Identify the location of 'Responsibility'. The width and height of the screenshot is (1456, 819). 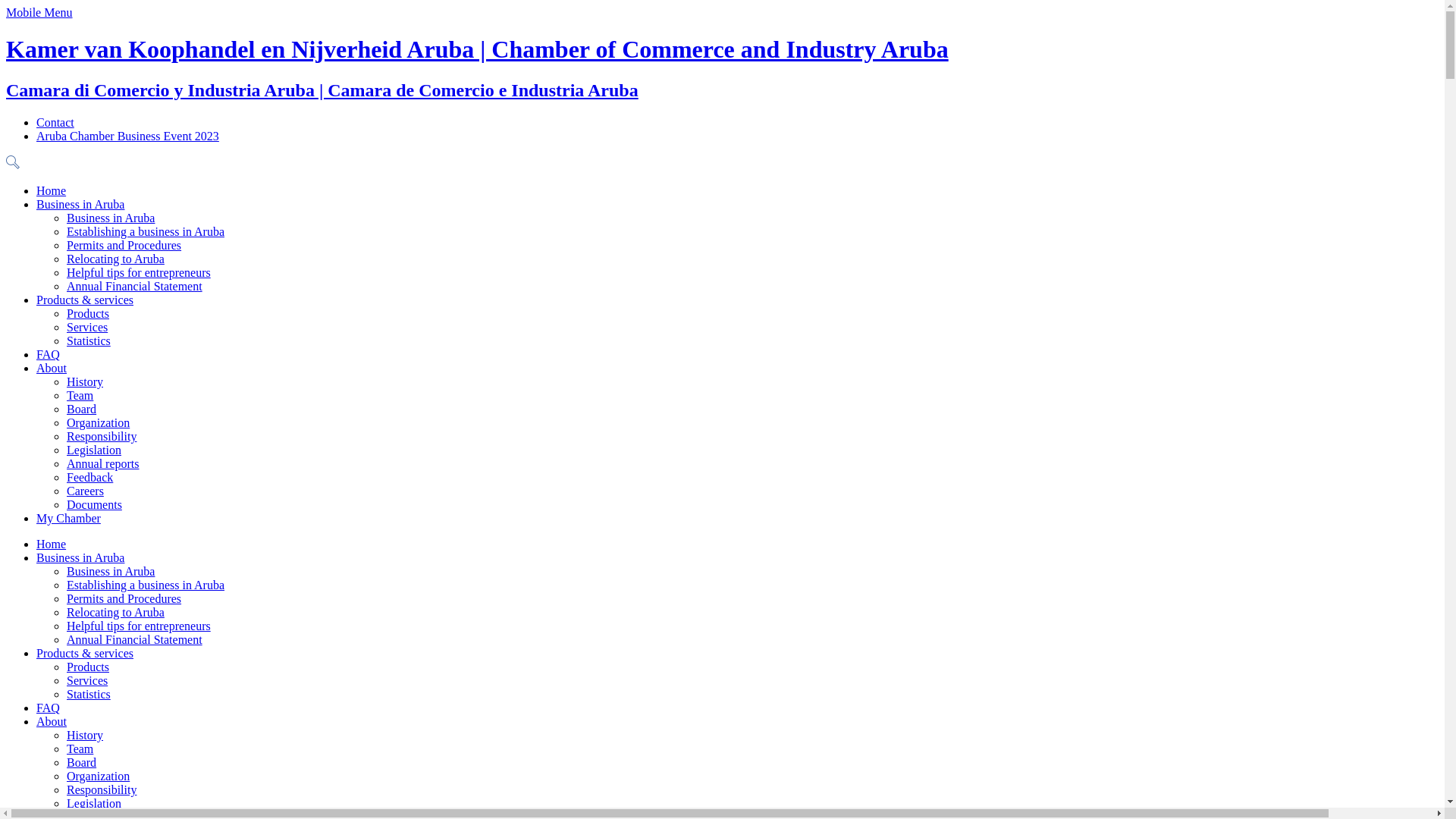
(101, 789).